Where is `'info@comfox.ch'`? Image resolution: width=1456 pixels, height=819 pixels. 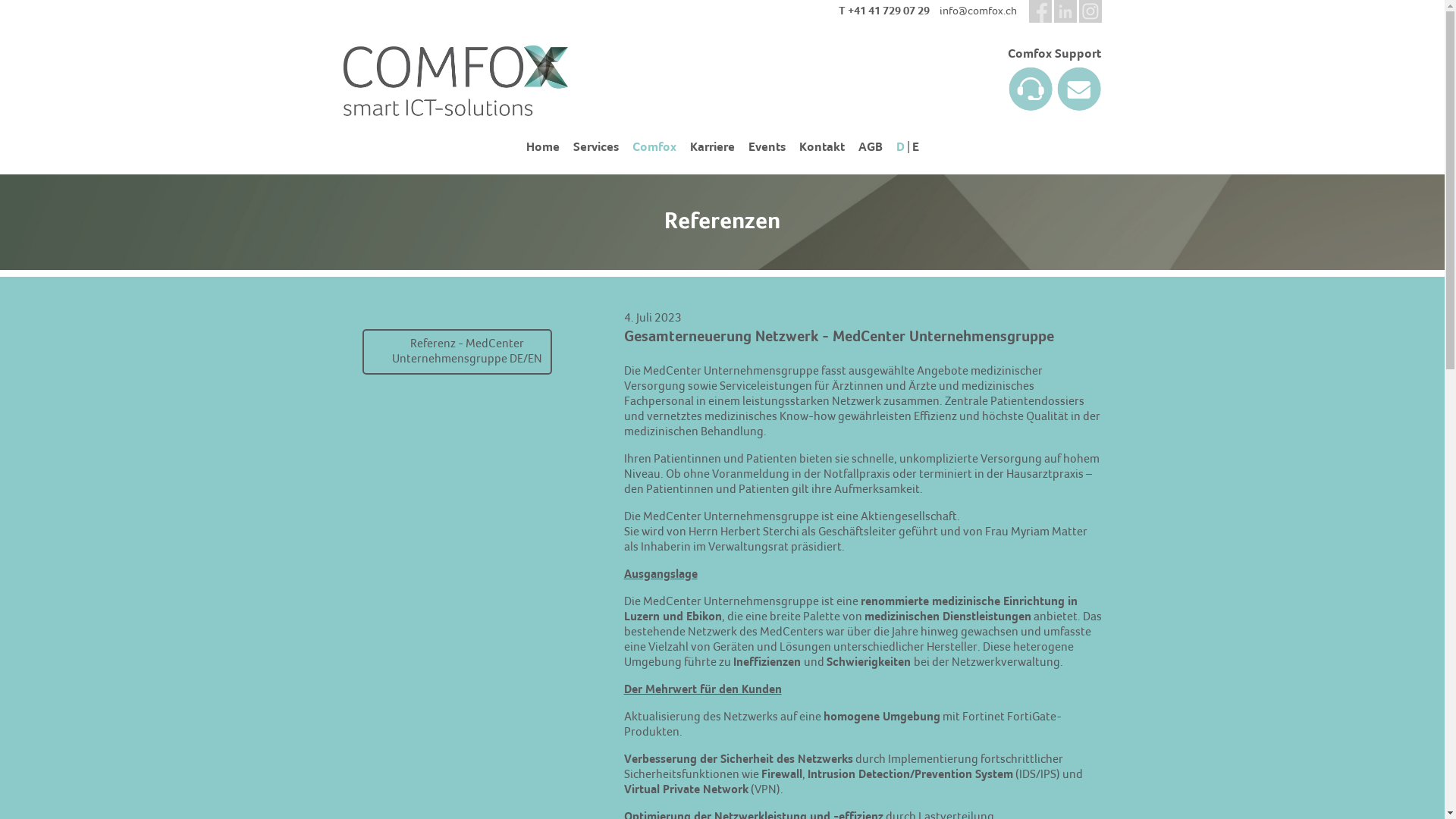 'info@comfox.ch' is located at coordinates (977, 11).